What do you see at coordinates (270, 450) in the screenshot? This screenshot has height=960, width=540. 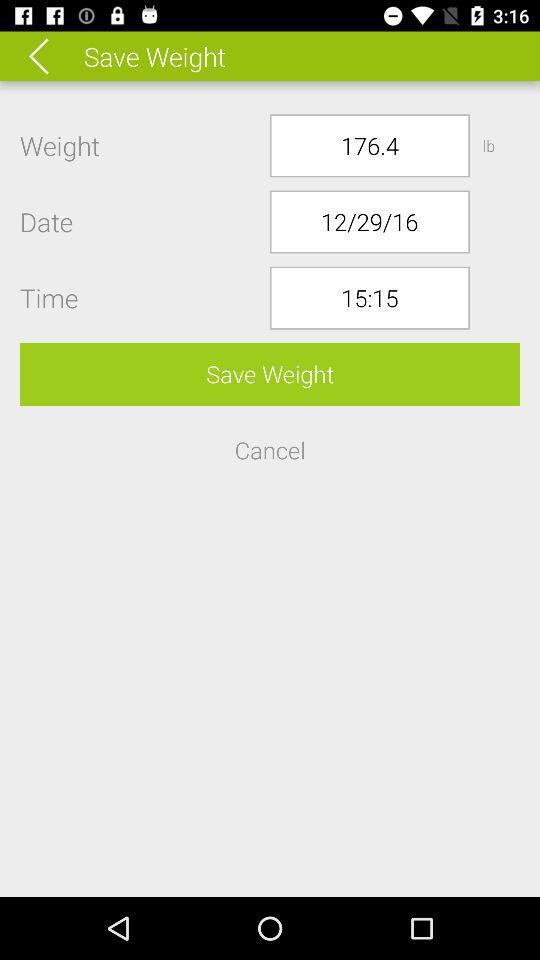 I see `the button below the save weight button` at bounding box center [270, 450].